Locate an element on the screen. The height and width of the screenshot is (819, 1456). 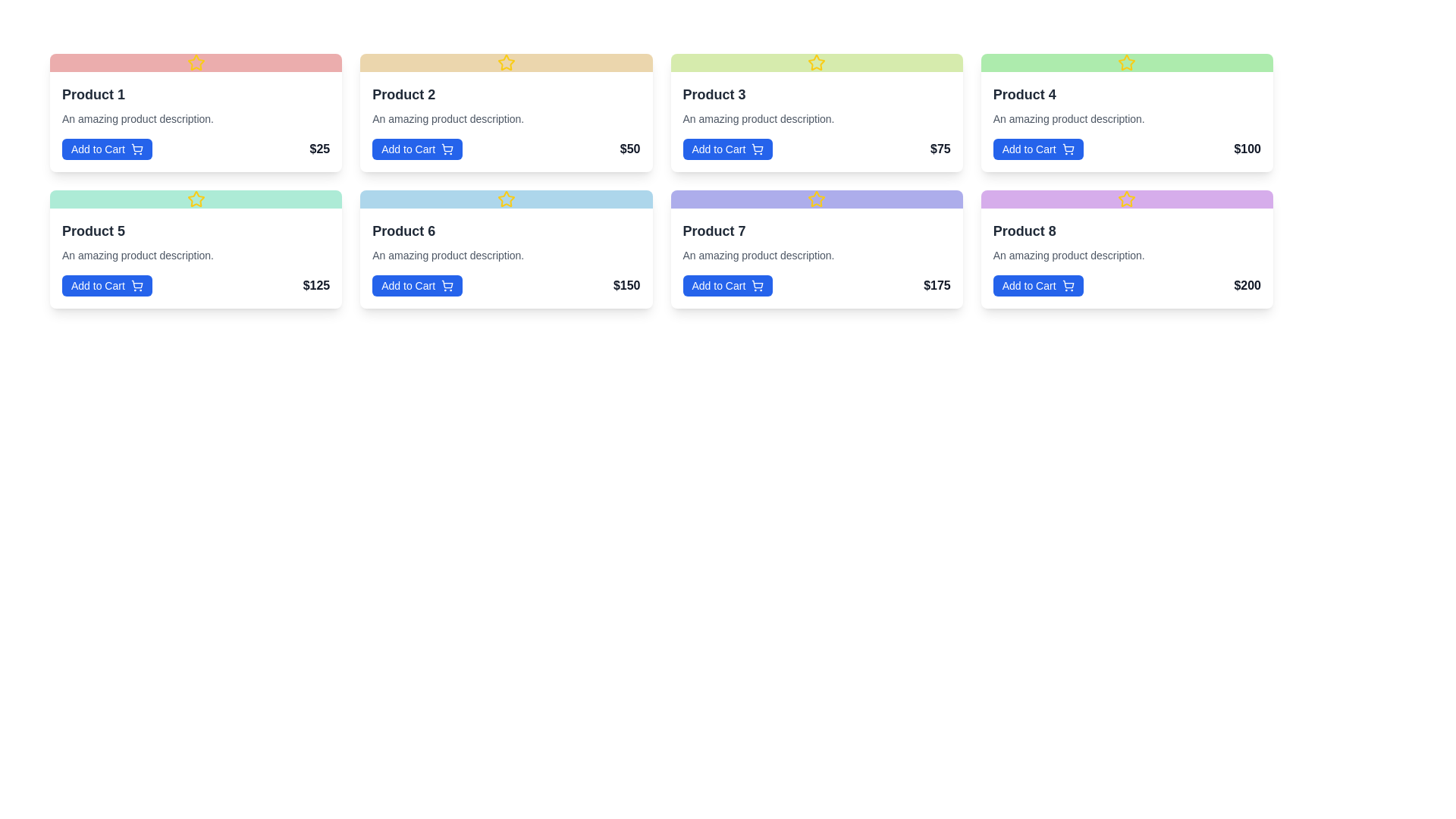
text from the title label of 'Product 4' card, which is positioned at the top of the card layout, directly above the product description and 'Add to Cart' button is located at coordinates (1025, 94).